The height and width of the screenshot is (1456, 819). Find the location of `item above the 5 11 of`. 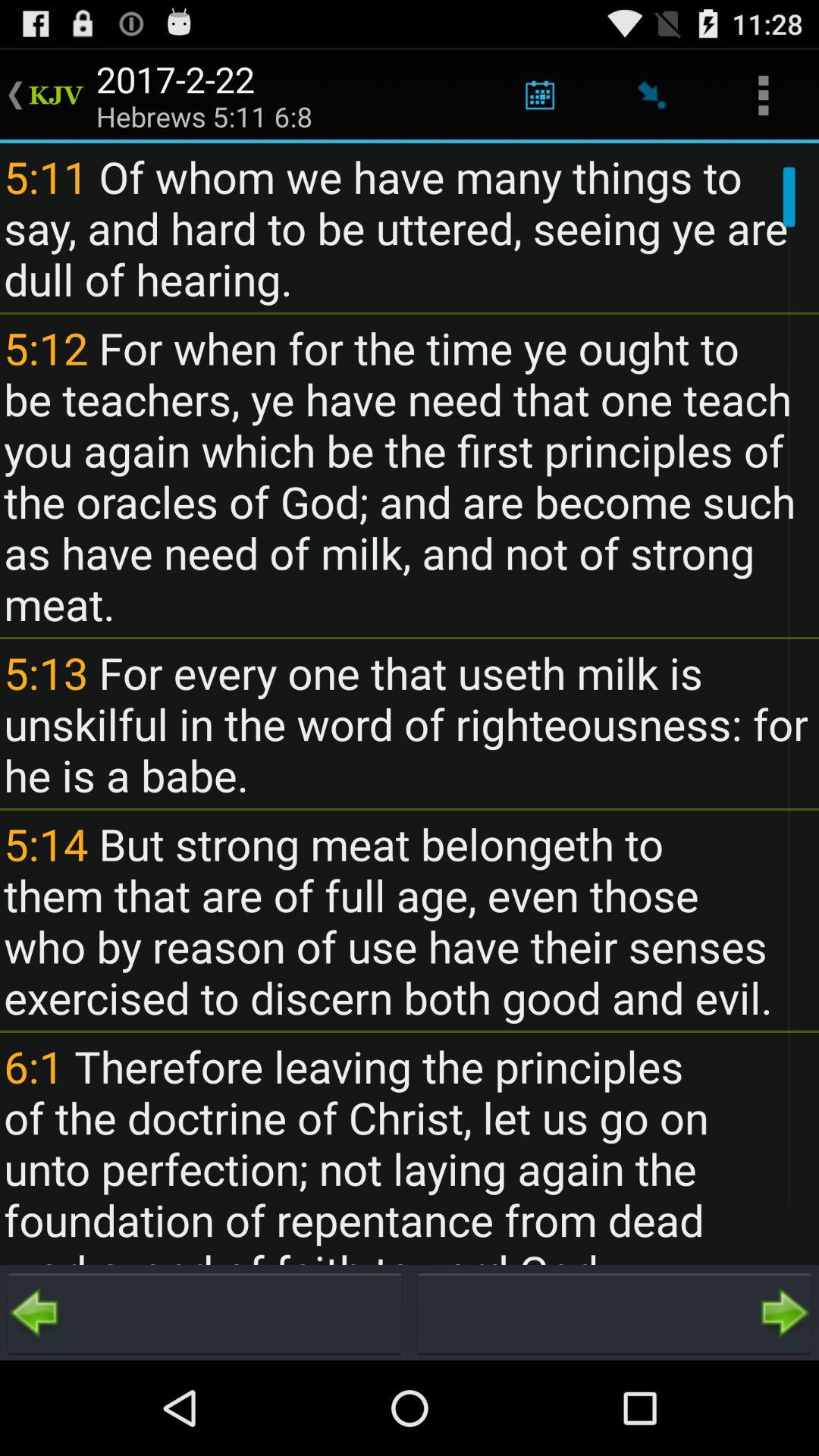

item above the 5 11 of is located at coordinates (651, 94).